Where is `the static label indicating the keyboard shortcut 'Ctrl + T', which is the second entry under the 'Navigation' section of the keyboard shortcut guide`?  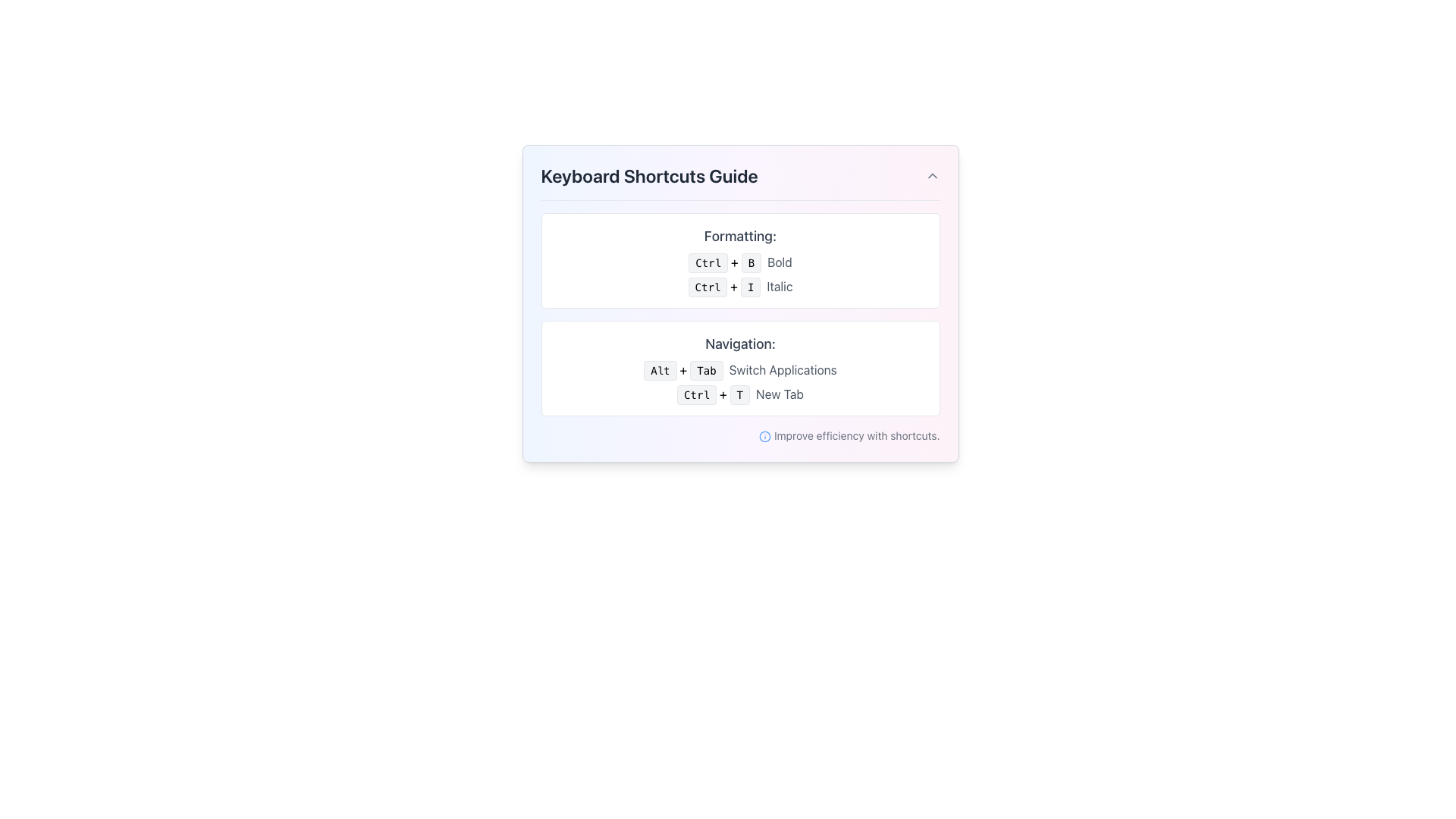 the static label indicating the keyboard shortcut 'Ctrl + T', which is the second entry under the 'Navigation' section of the keyboard shortcut guide is located at coordinates (740, 394).